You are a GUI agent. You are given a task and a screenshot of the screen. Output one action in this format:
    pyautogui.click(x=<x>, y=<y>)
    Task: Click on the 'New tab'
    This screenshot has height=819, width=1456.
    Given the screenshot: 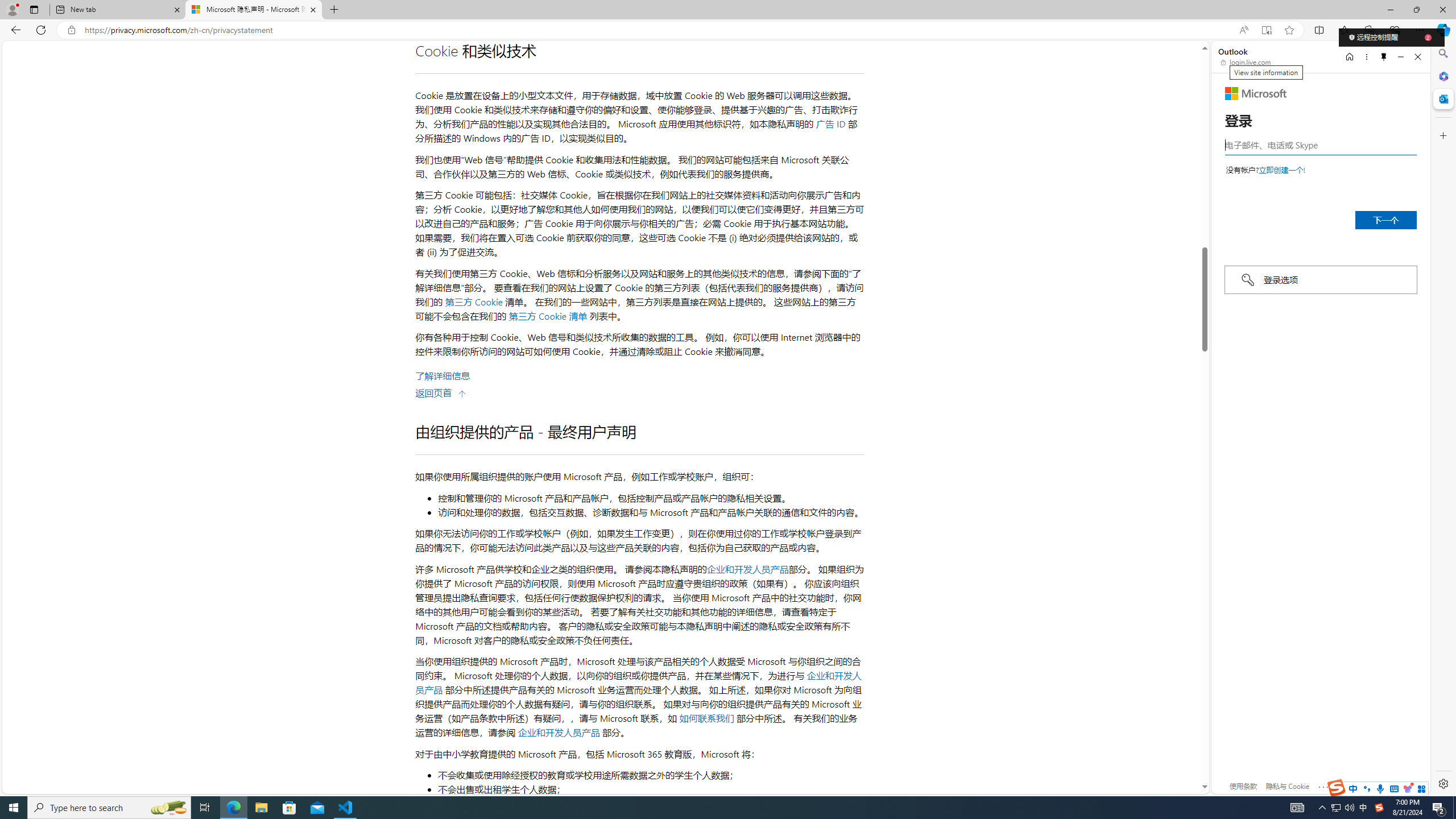 What is the action you would take?
    pyautogui.click(x=118, y=9)
    